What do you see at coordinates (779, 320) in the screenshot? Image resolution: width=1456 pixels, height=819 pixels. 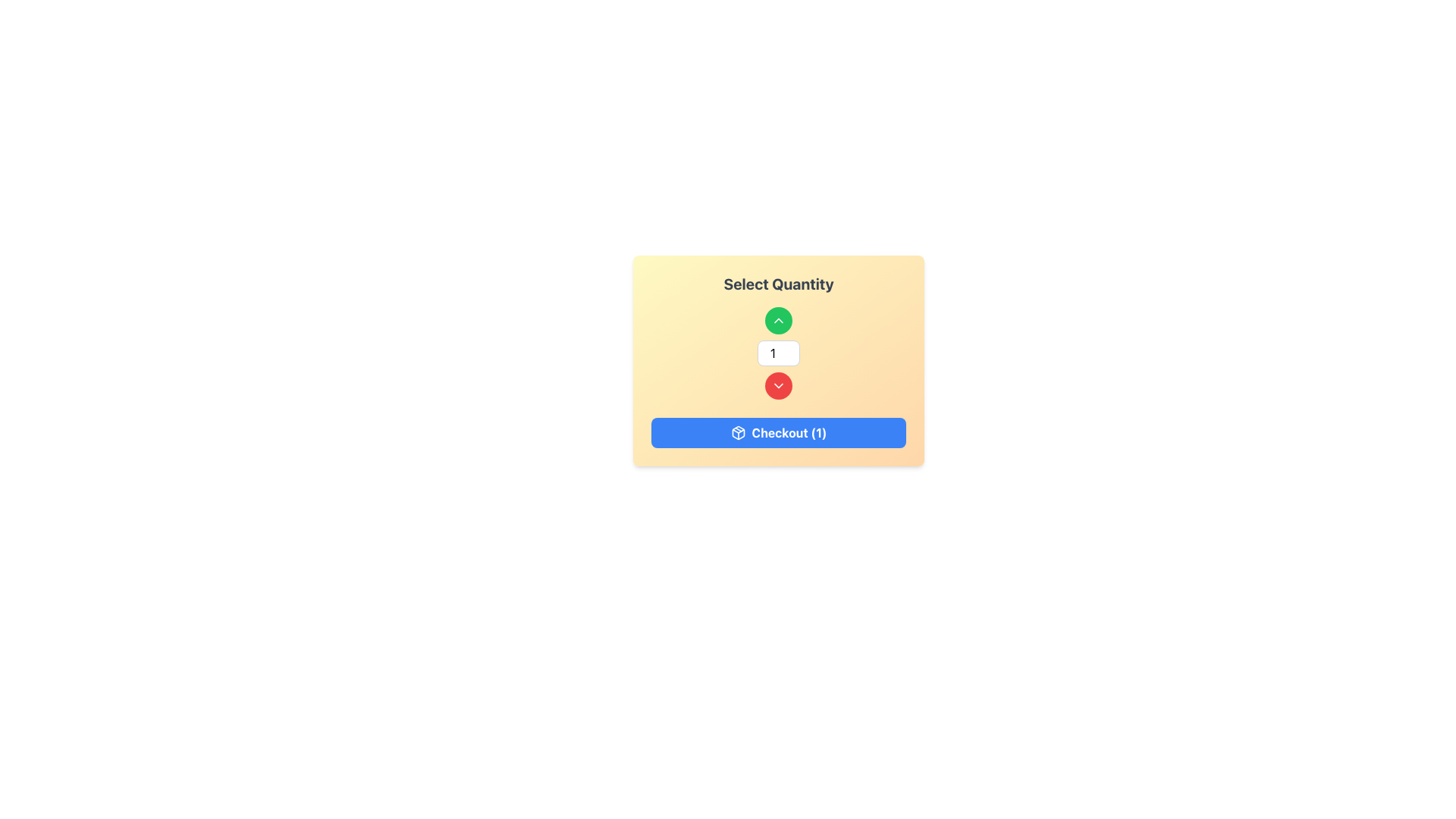 I see `the circular green button with a white upward-pointing chevron icon to increment the quantity` at bounding box center [779, 320].